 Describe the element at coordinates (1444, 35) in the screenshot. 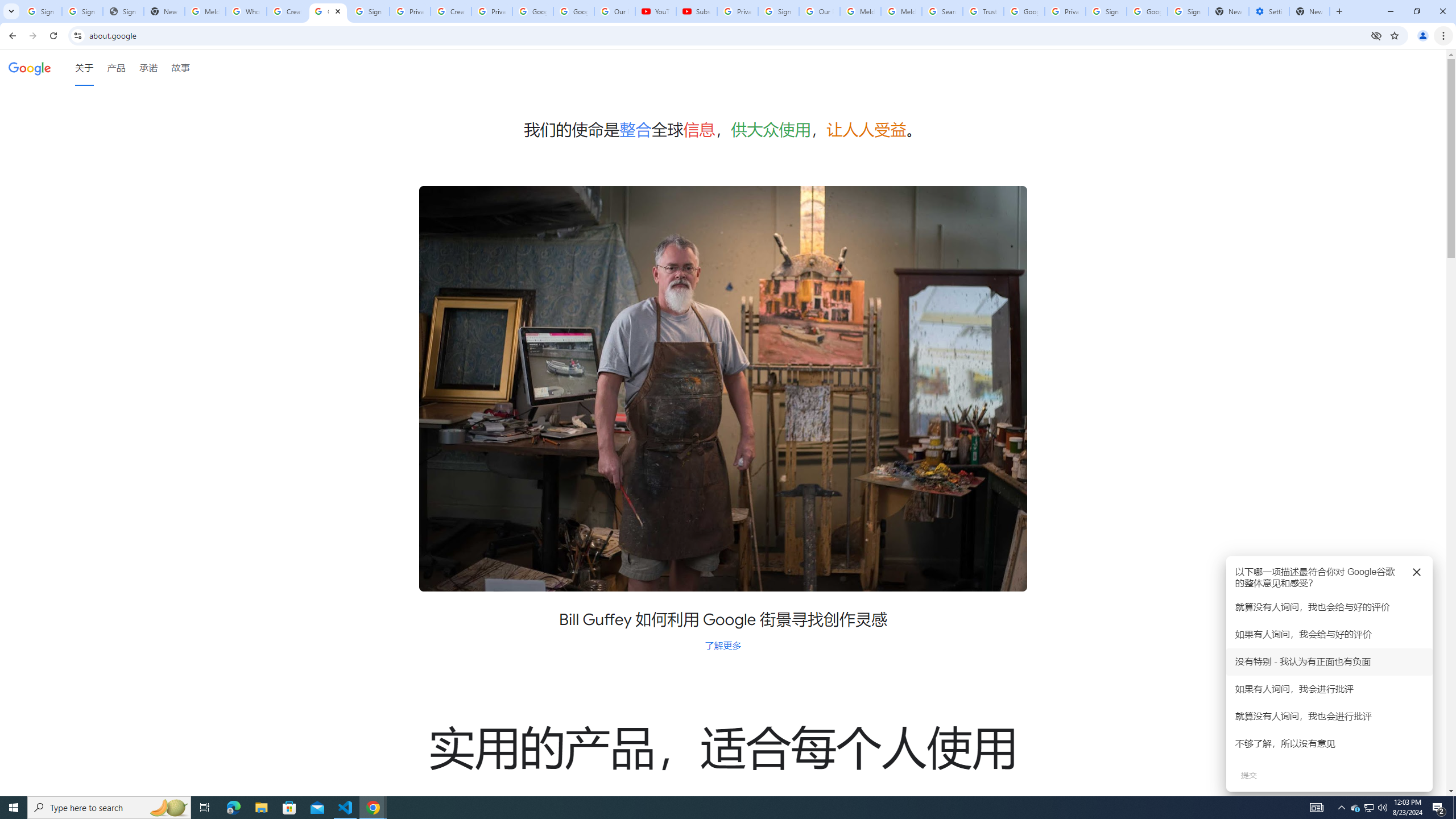

I see `'Chrome'` at that location.